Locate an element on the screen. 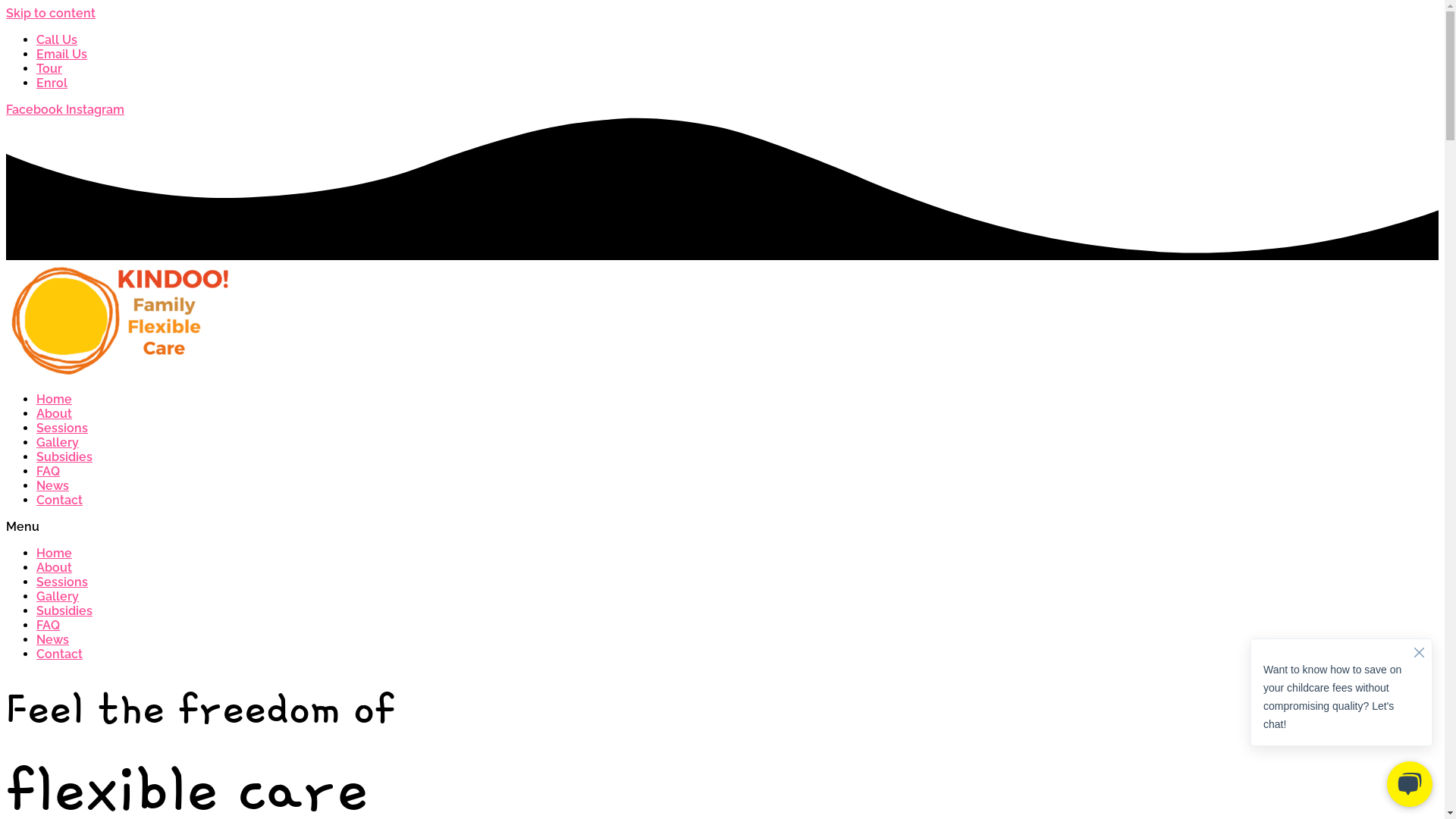 Image resolution: width=1456 pixels, height=819 pixels. 'Sessions' is located at coordinates (61, 581).